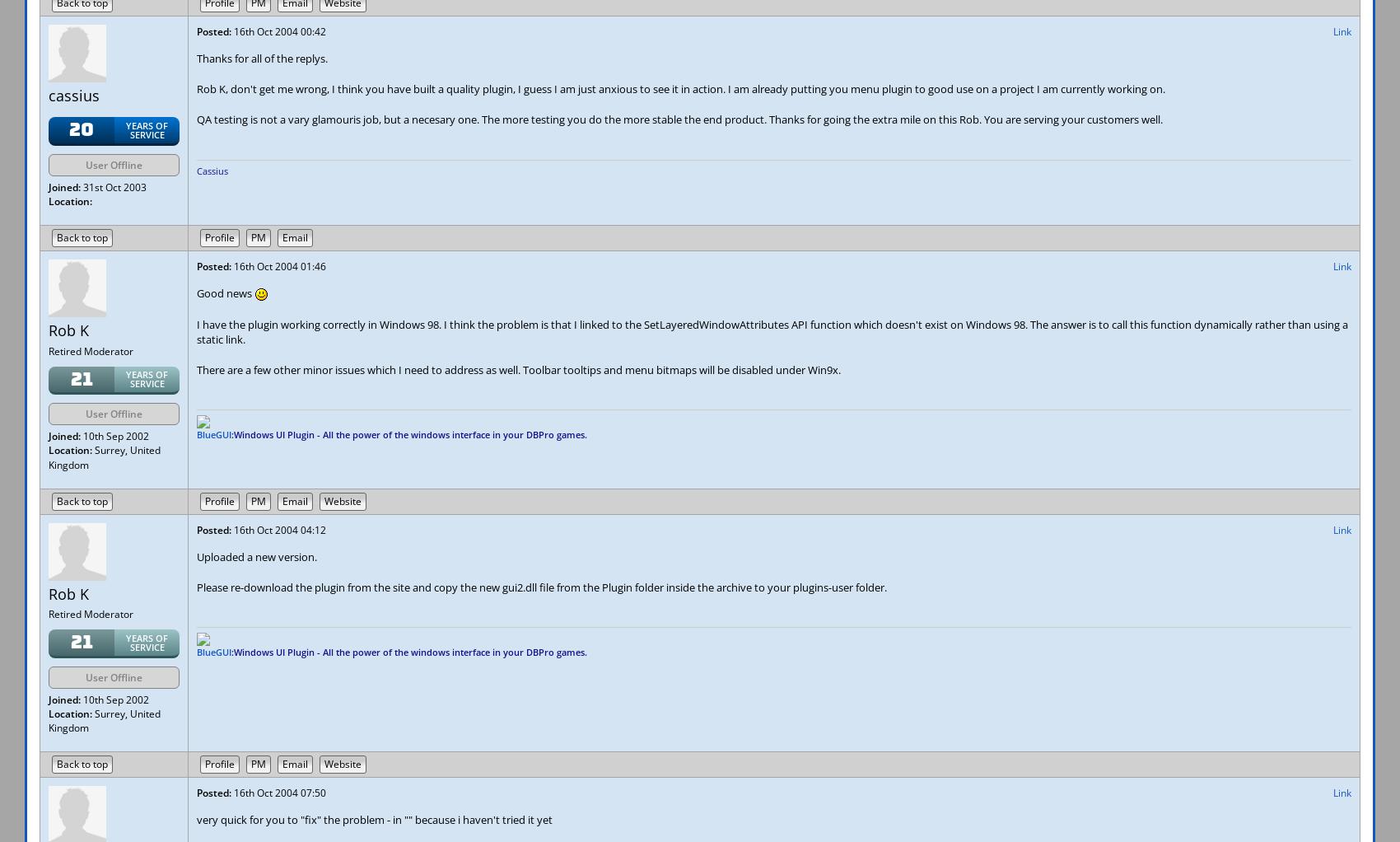 This screenshot has height=842, width=1400. Describe the element at coordinates (197, 58) in the screenshot. I see `'Thanks for all of the replys.'` at that location.